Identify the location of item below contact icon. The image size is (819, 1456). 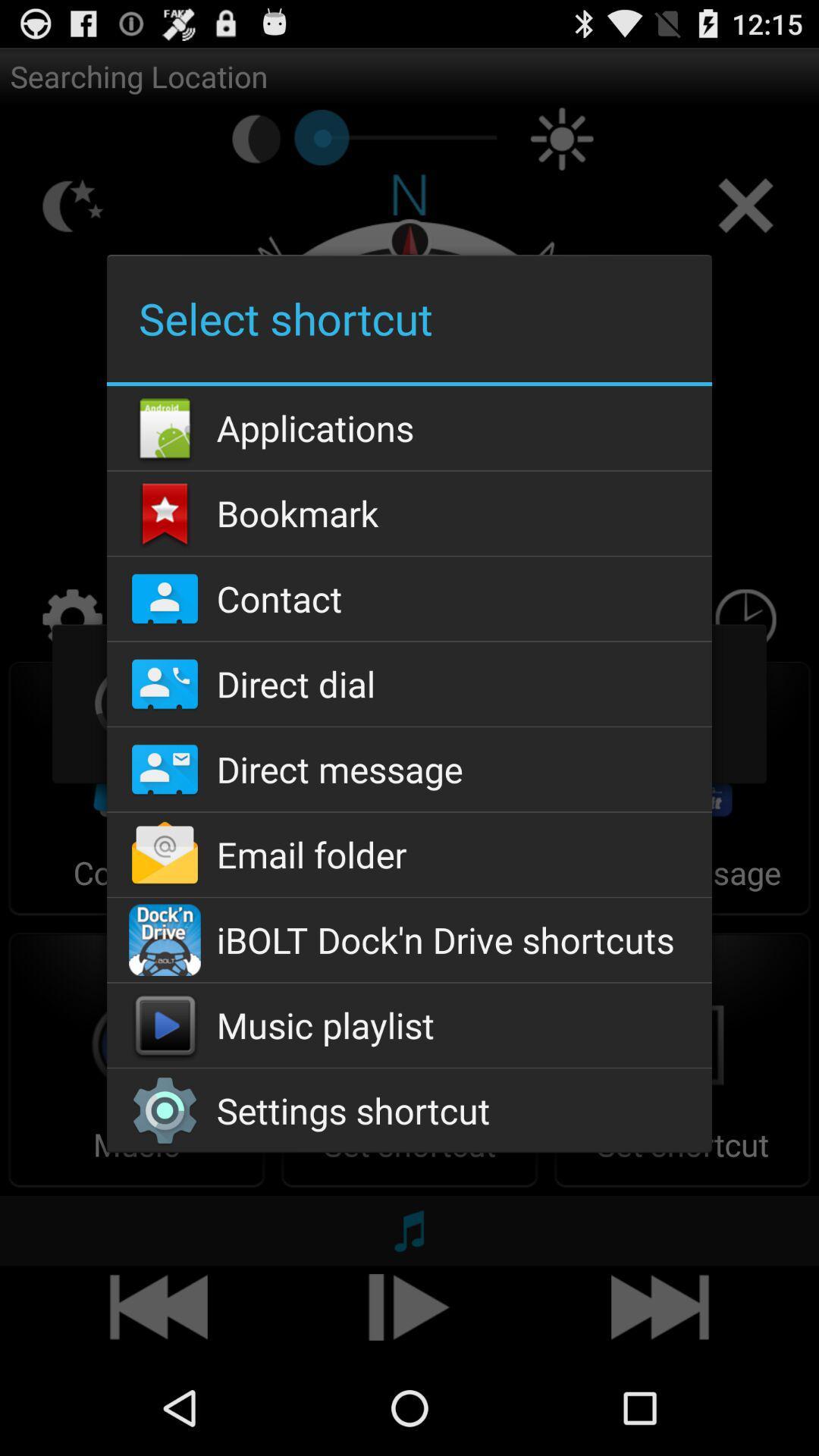
(409, 683).